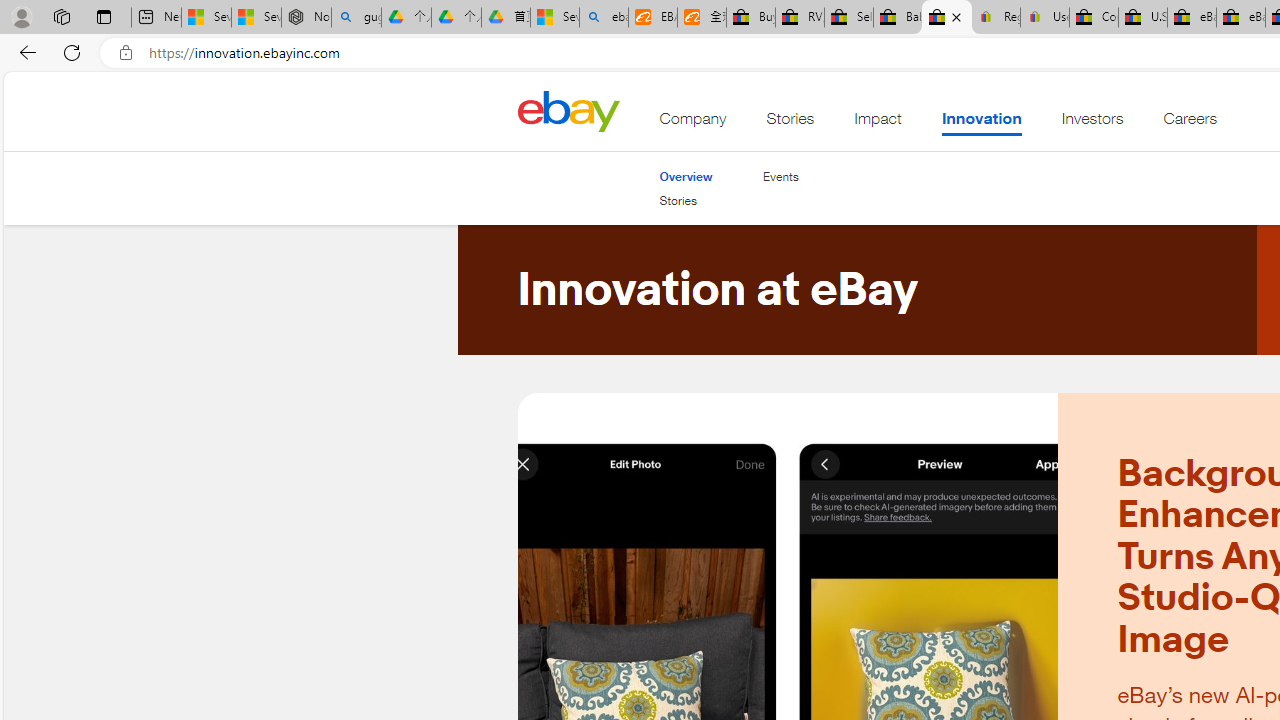 This screenshot has height=720, width=1280. Describe the element at coordinates (995, 17) in the screenshot. I see `'Register: Create a personal eBay account'` at that location.